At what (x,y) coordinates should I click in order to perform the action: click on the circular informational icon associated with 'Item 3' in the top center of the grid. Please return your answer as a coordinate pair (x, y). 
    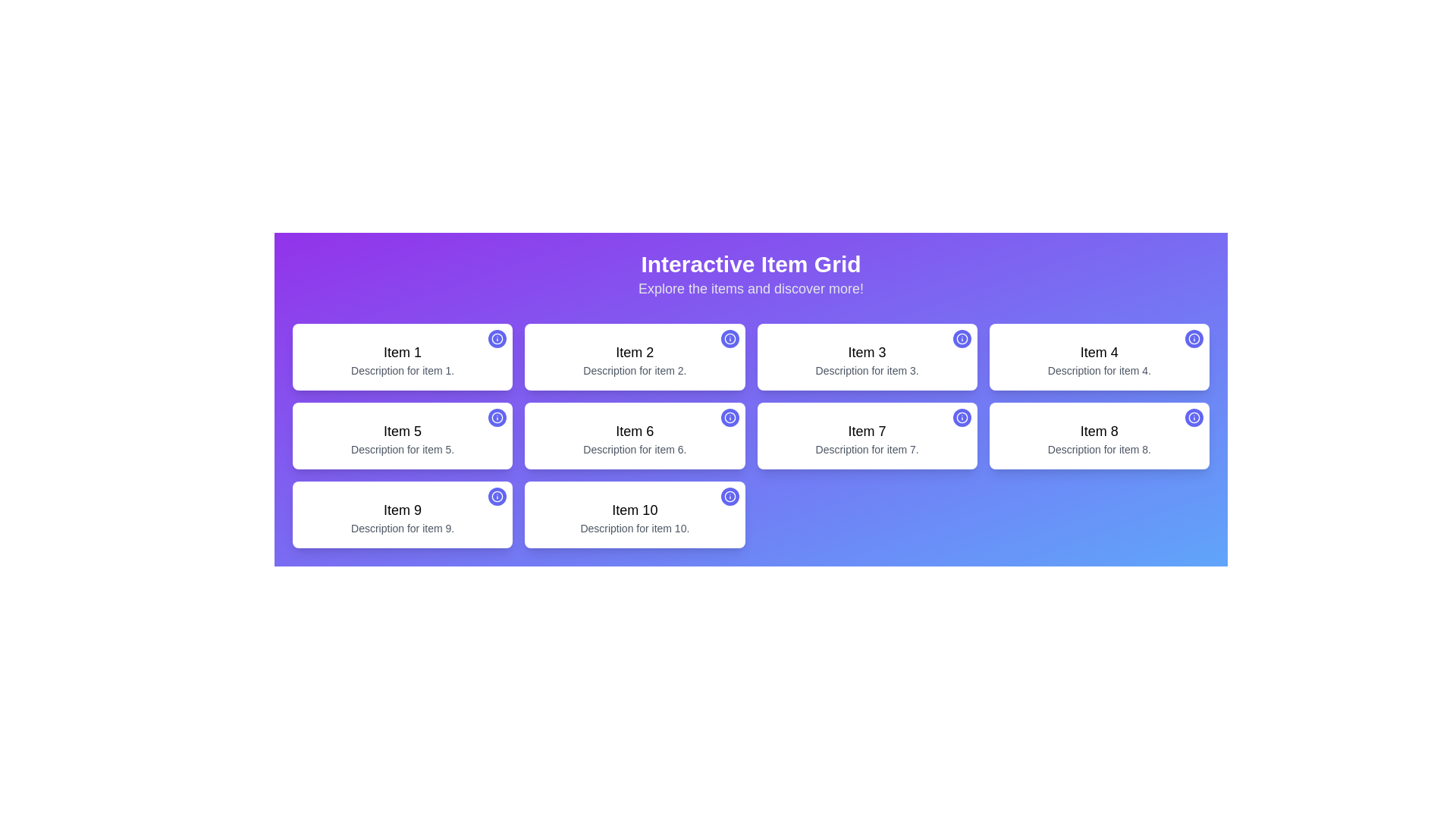
    Looking at the image, I should click on (961, 338).